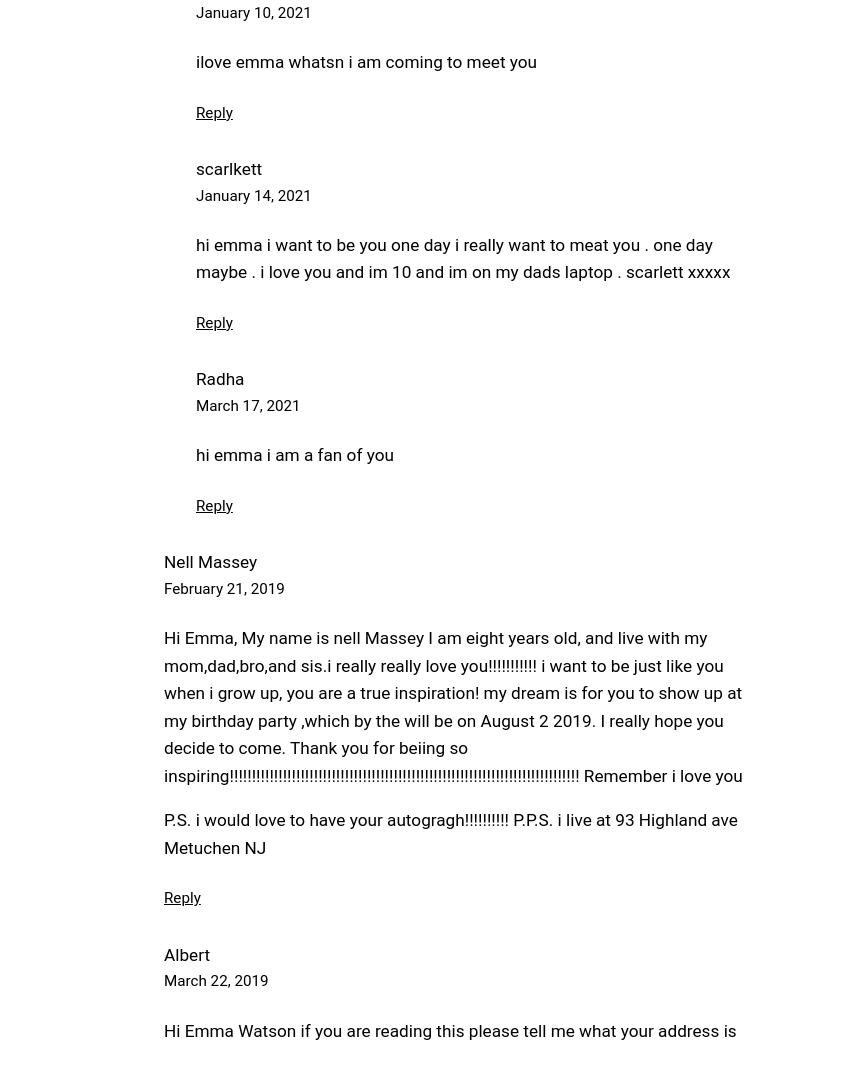  I want to click on 'Hi Emma Watson if you are reading this please tell me what your address is', so click(448, 1029).